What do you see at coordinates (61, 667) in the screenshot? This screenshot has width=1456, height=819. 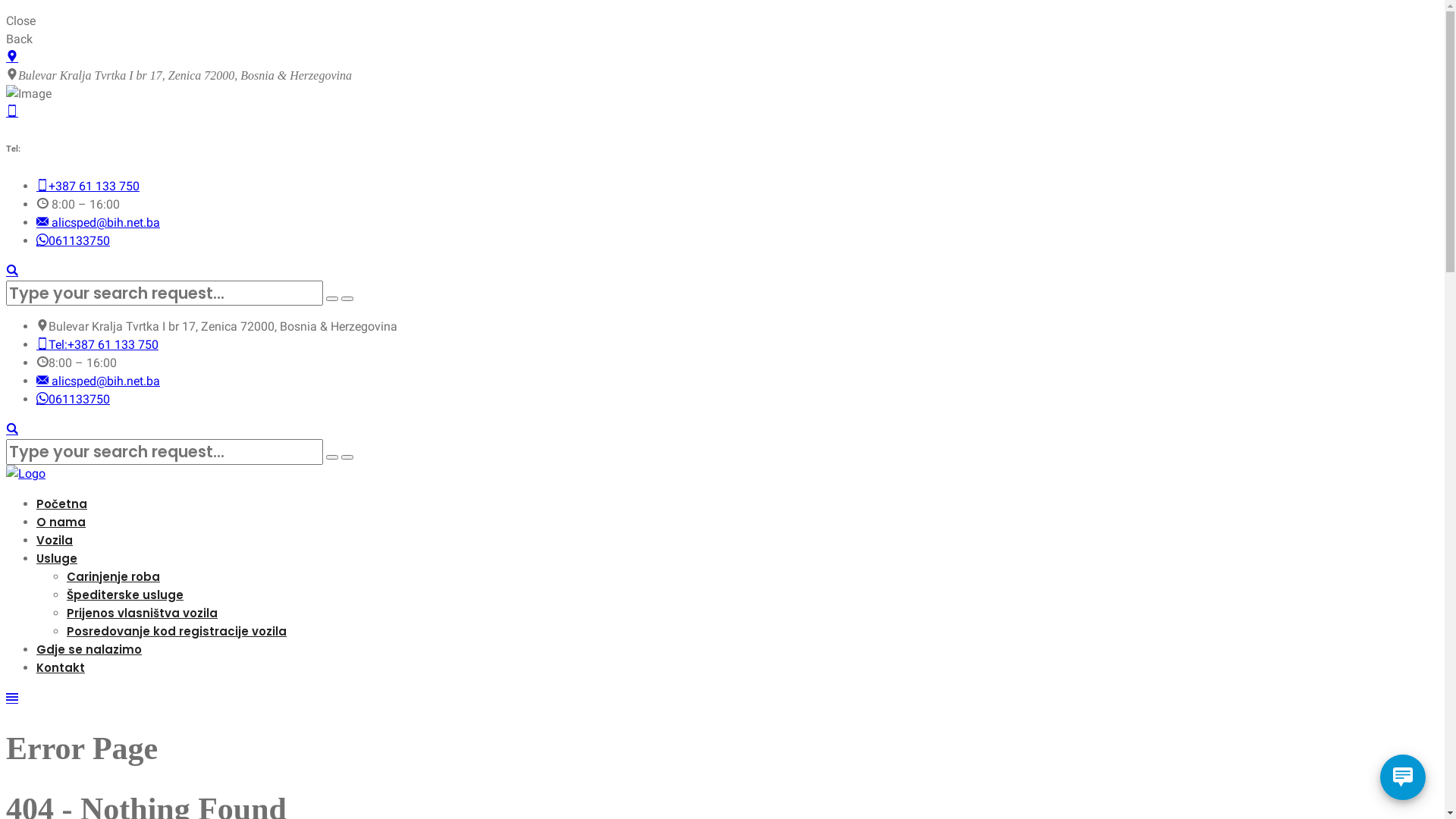 I see `'Kontakt'` at bounding box center [61, 667].